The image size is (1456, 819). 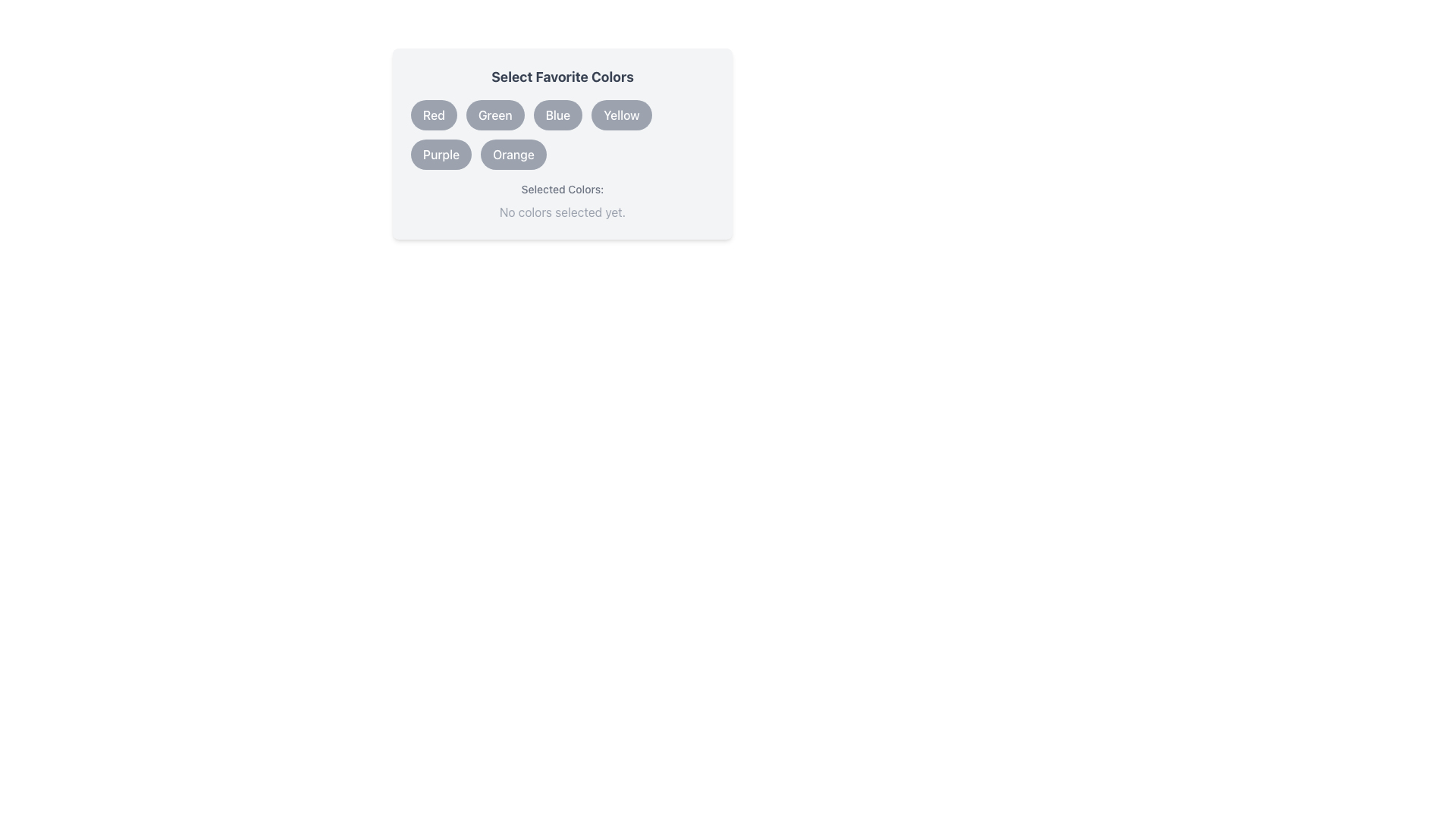 I want to click on the button labeled 'Blue', which is the third button in the top row of color buttons, so click(x=557, y=114).